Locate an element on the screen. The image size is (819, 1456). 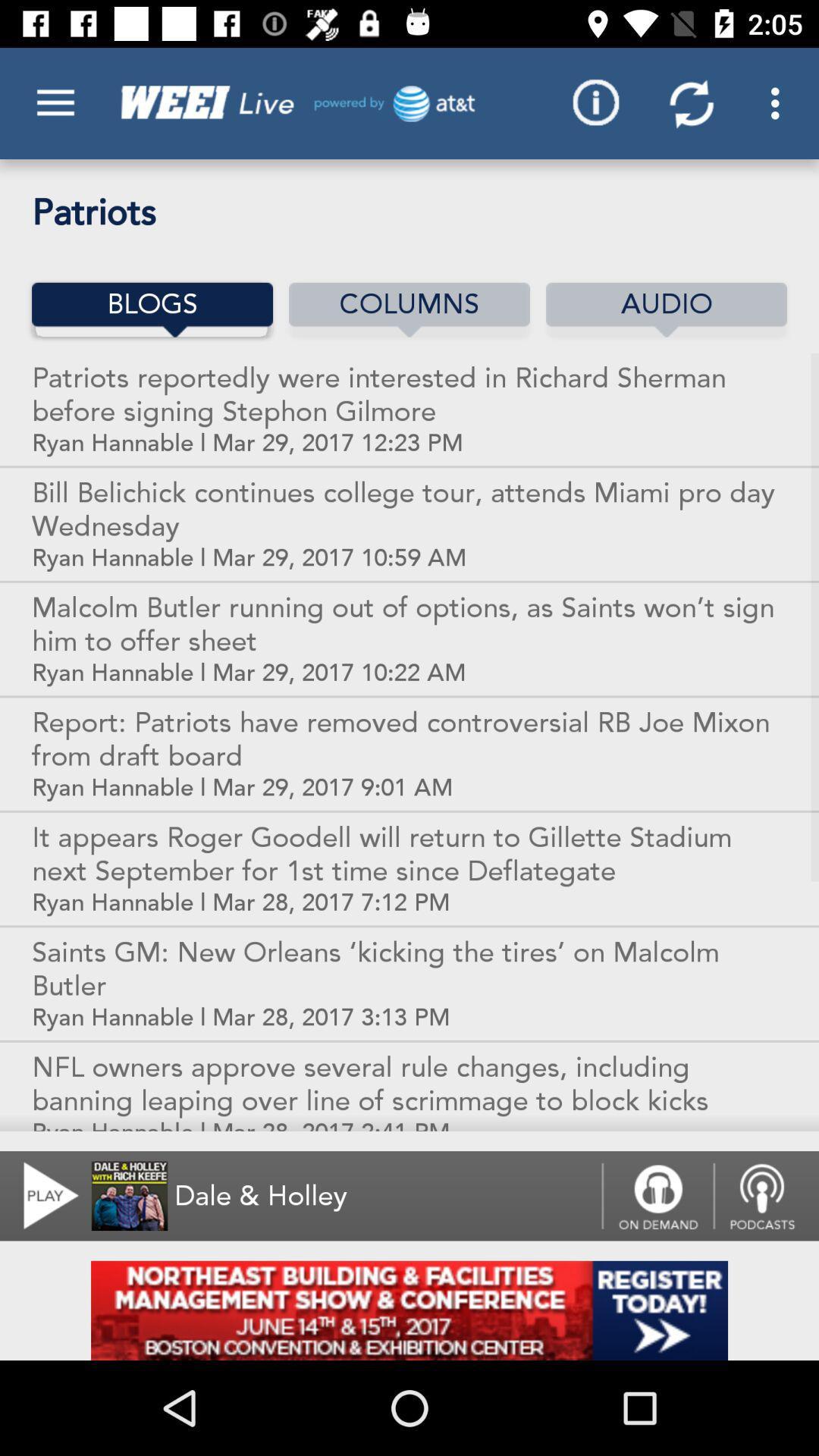
the location icon is located at coordinates (766, 1195).